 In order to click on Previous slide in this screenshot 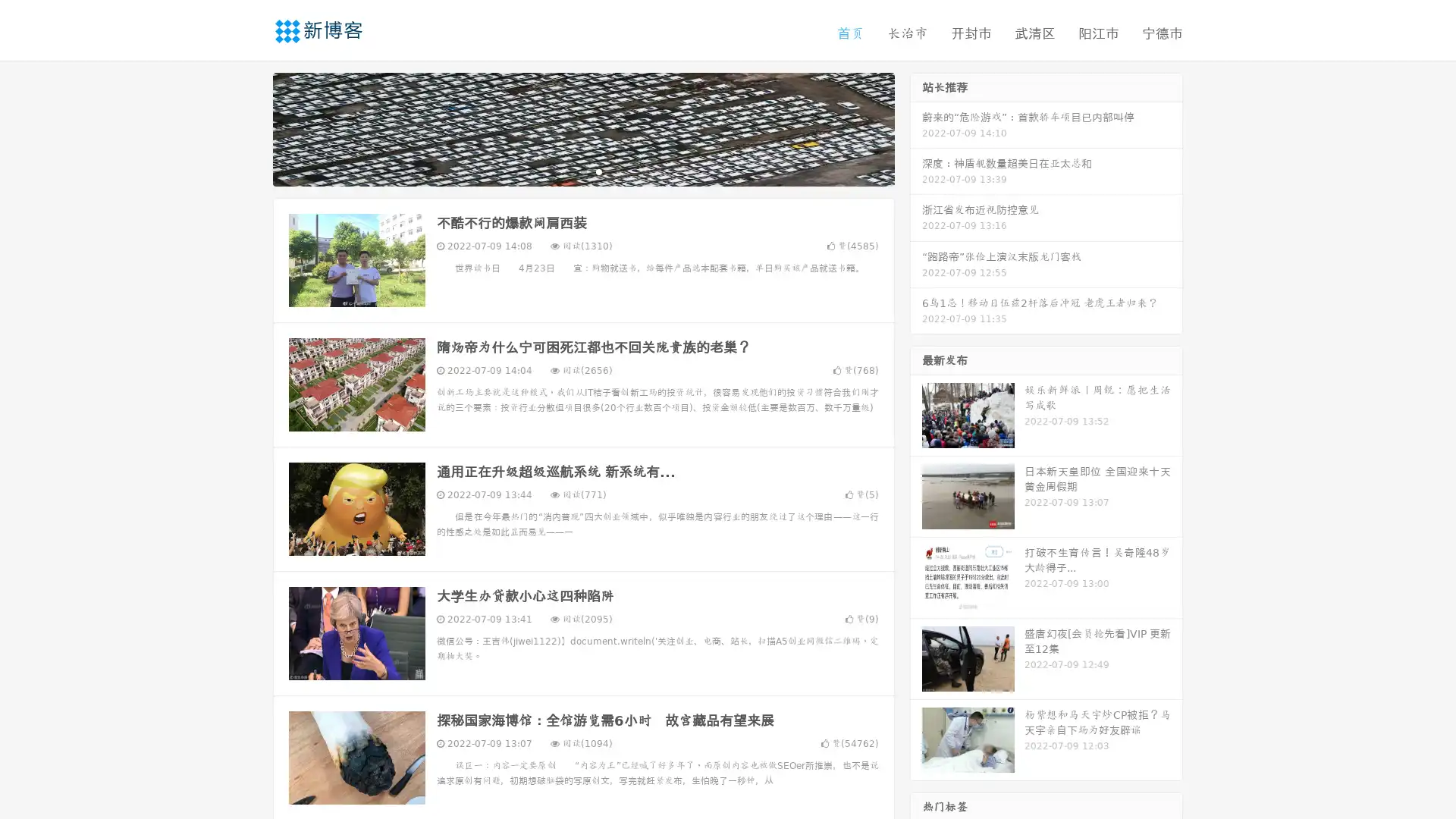, I will do `click(250, 127)`.